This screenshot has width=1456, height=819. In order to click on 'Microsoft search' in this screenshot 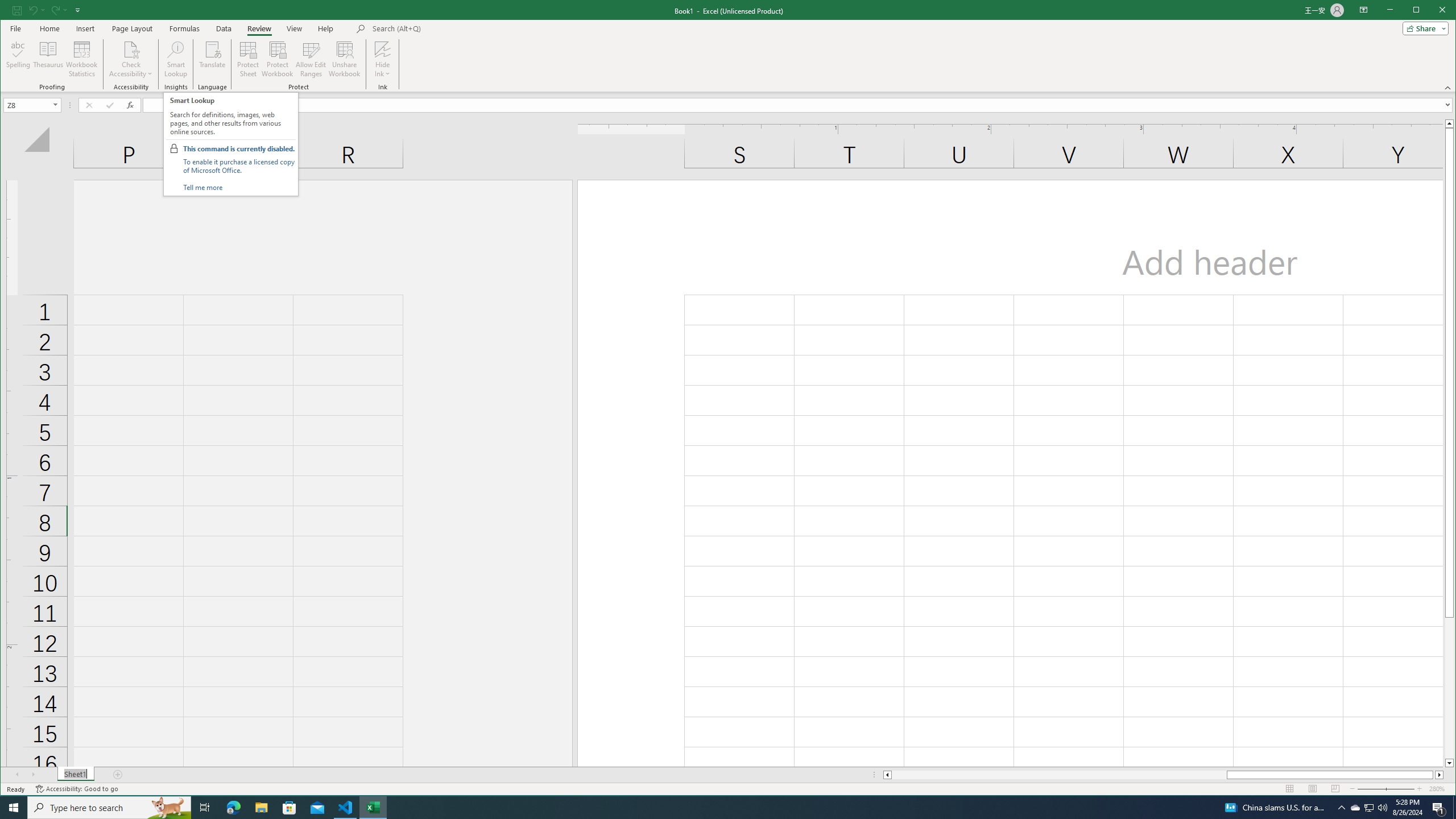, I will do `click(450, 28)`.